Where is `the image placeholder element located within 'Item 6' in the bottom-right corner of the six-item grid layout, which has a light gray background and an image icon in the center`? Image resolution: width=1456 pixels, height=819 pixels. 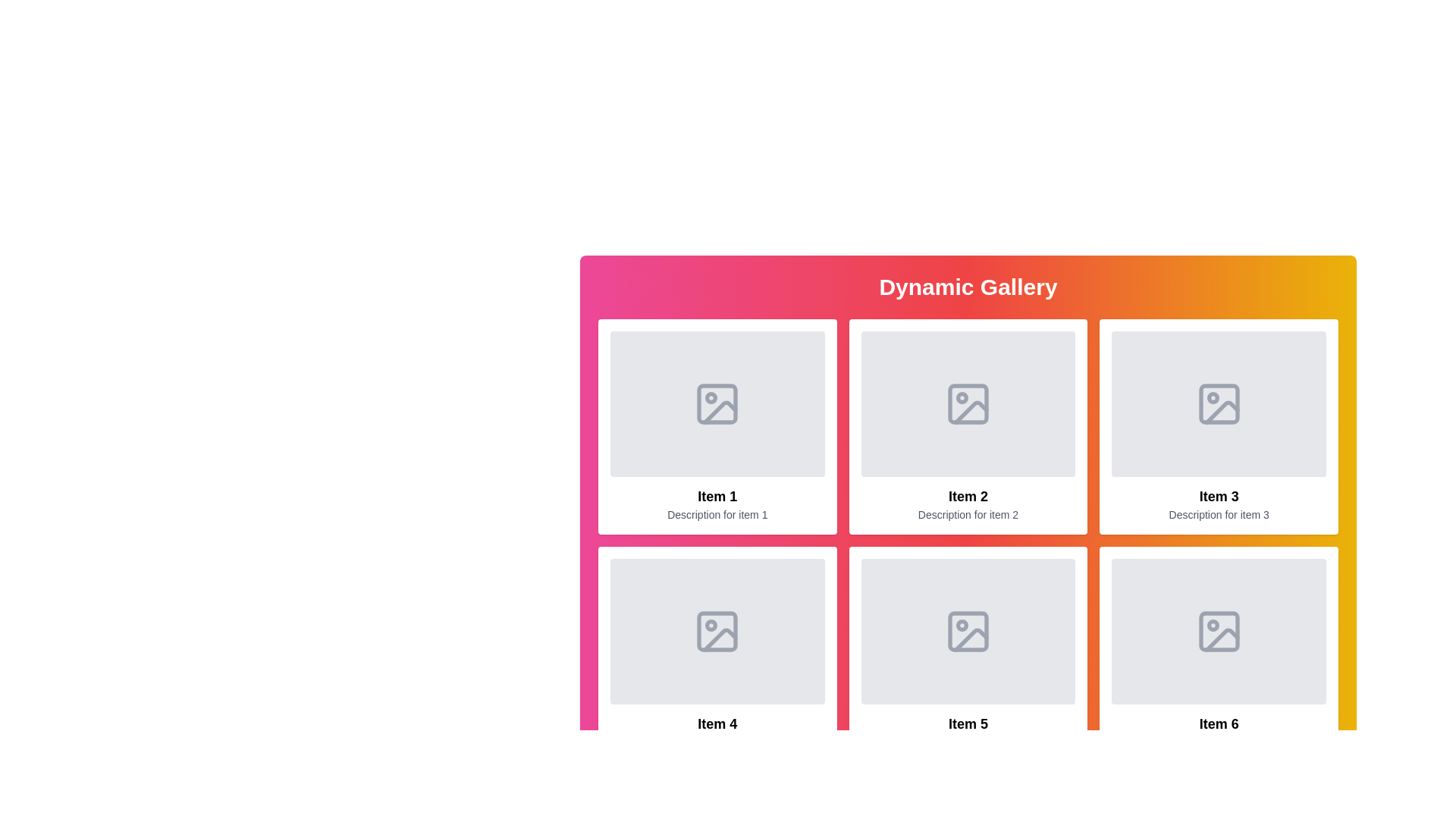
the image placeholder element located within 'Item 6' in the bottom-right corner of the six-item grid layout, which has a light gray background and an image icon in the center is located at coordinates (1219, 632).